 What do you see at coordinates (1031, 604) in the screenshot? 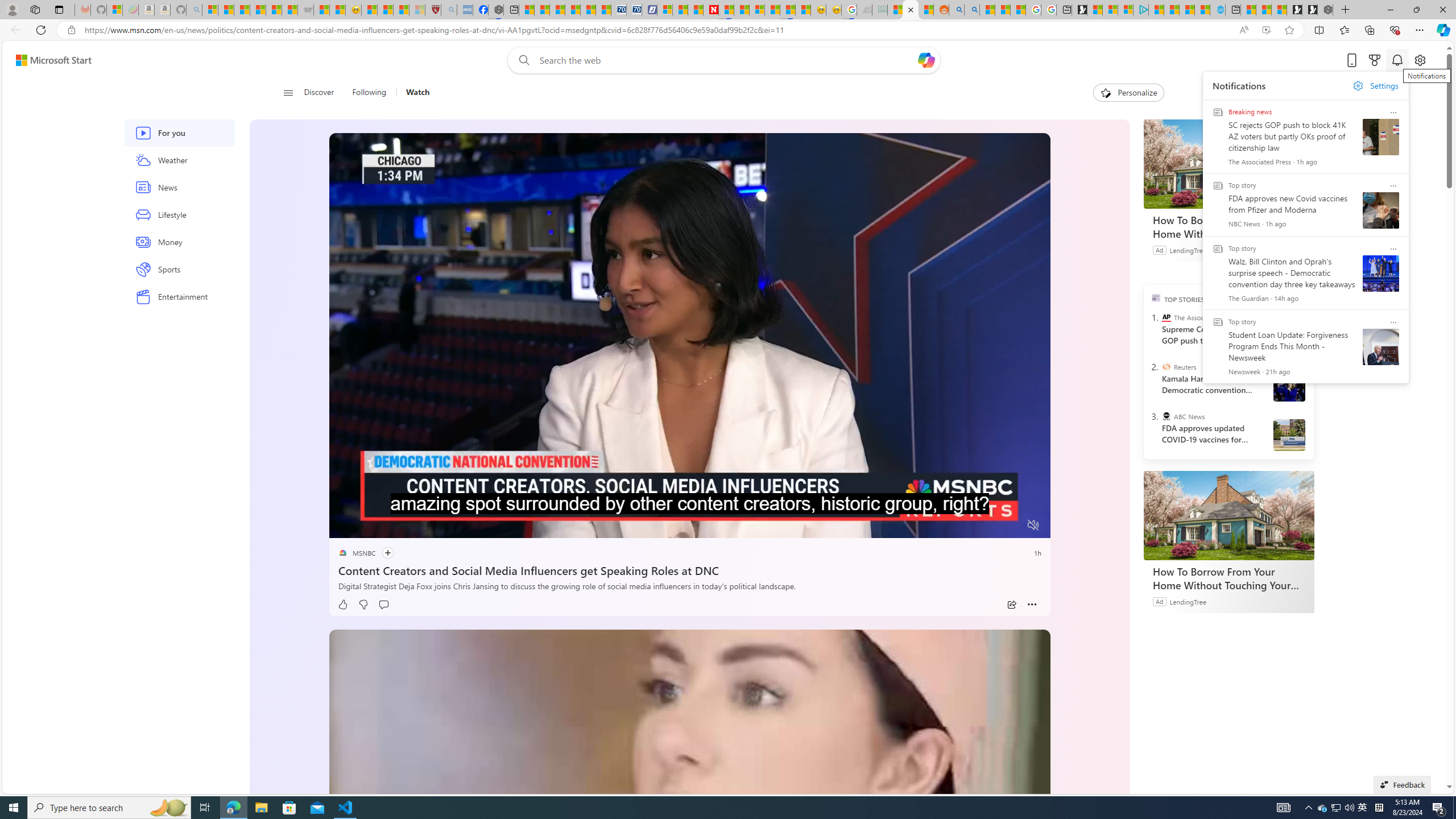
I see `'Class: at-item inline-watch'` at bounding box center [1031, 604].